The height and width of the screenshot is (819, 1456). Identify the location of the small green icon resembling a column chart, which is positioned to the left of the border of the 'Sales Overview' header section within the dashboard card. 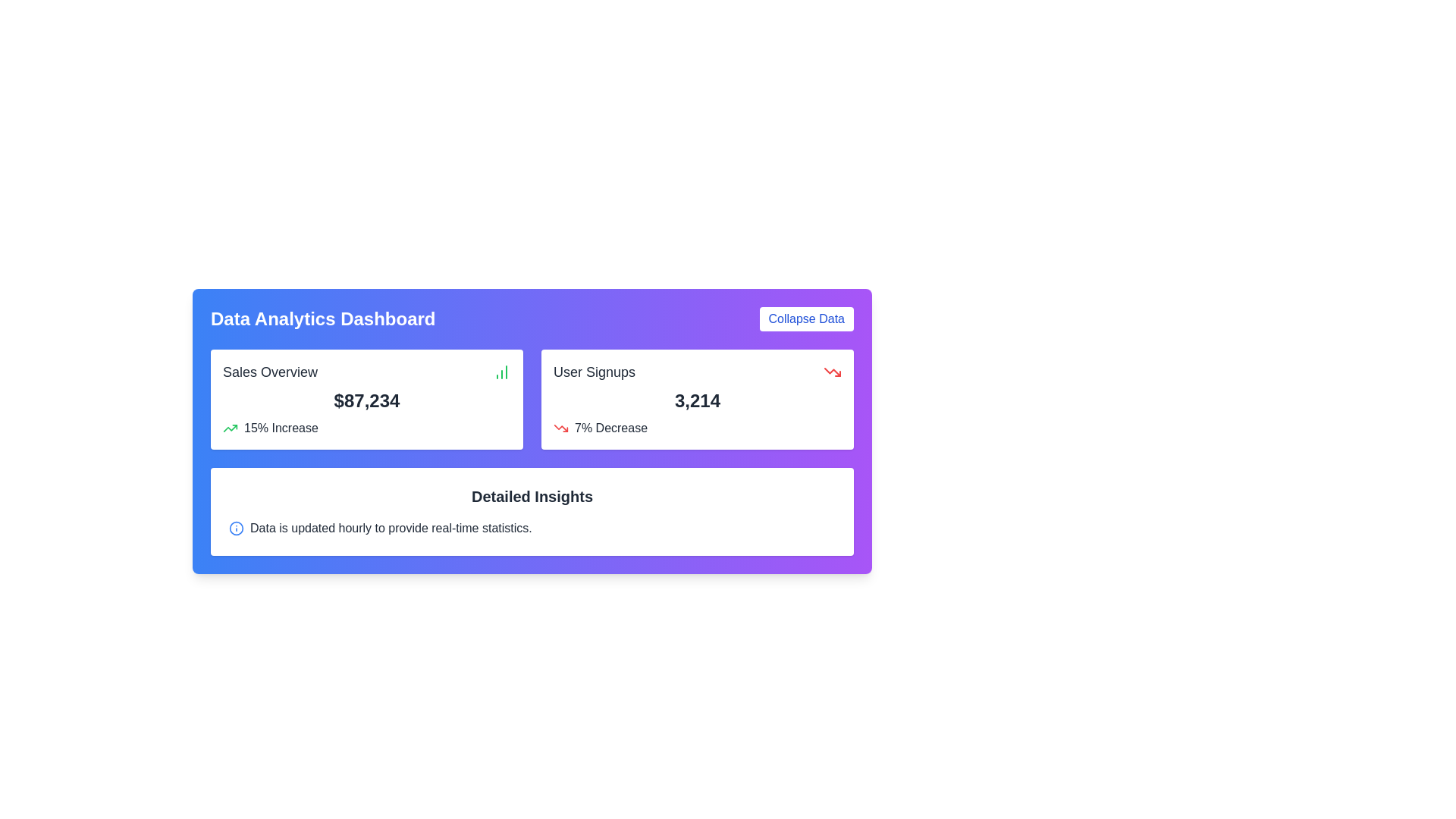
(502, 372).